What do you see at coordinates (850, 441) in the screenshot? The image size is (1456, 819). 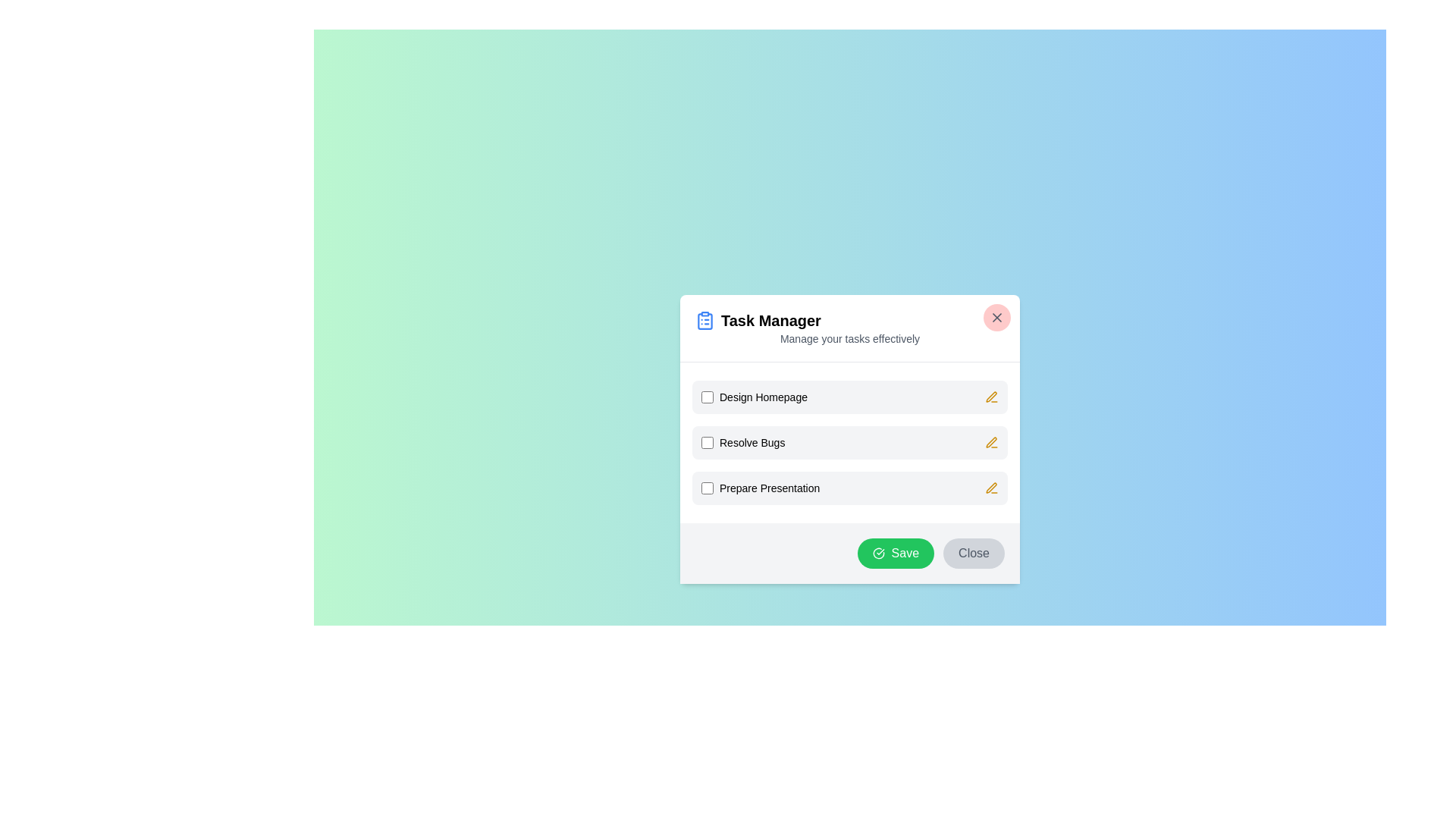 I see `the checkbox of the task titled 'Resolve Bugs' to mark it as completed` at bounding box center [850, 441].